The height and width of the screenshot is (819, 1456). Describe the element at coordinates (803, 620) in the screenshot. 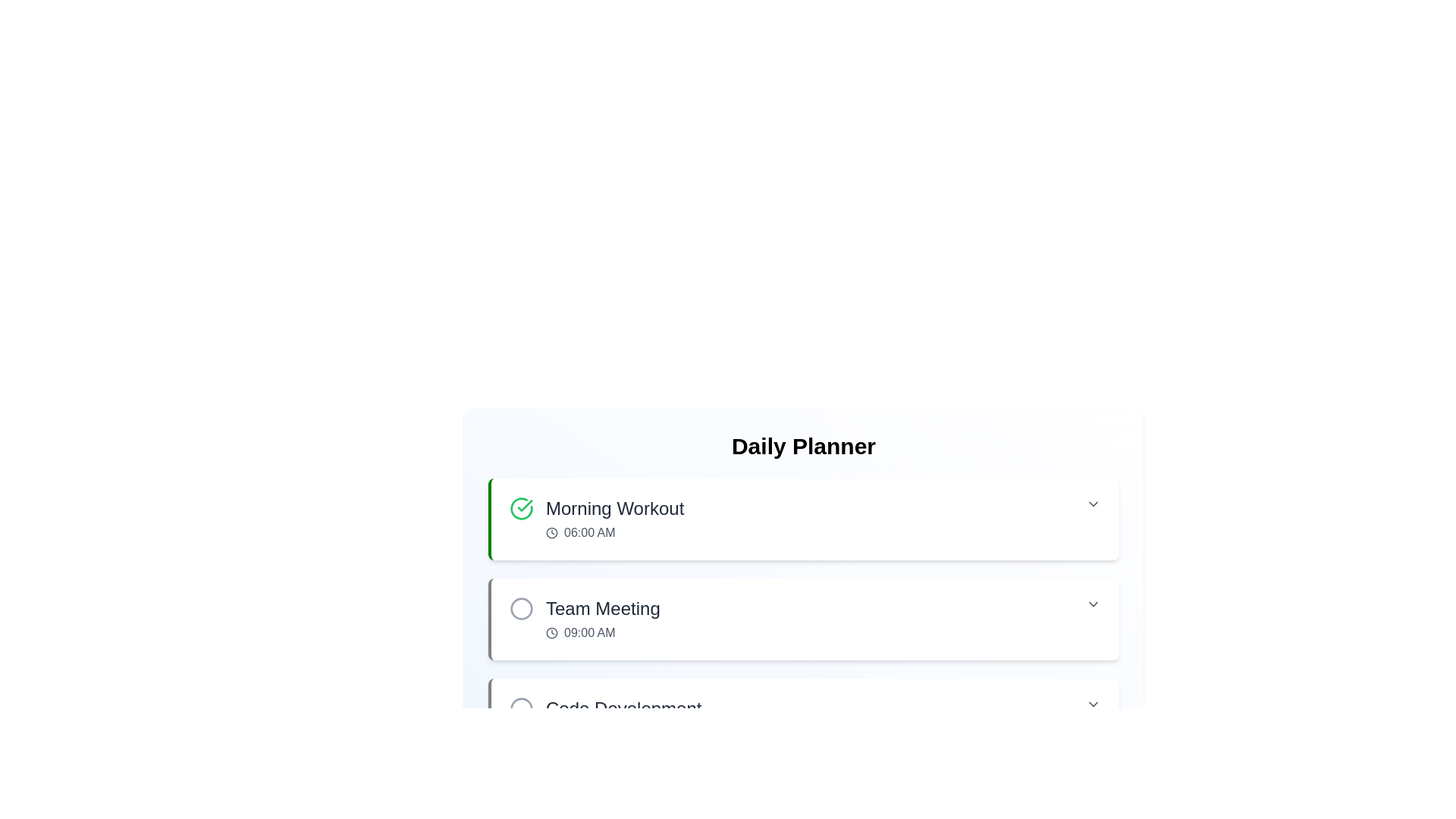

I see `the 'Team Meeting' list item in the daily planner` at that location.